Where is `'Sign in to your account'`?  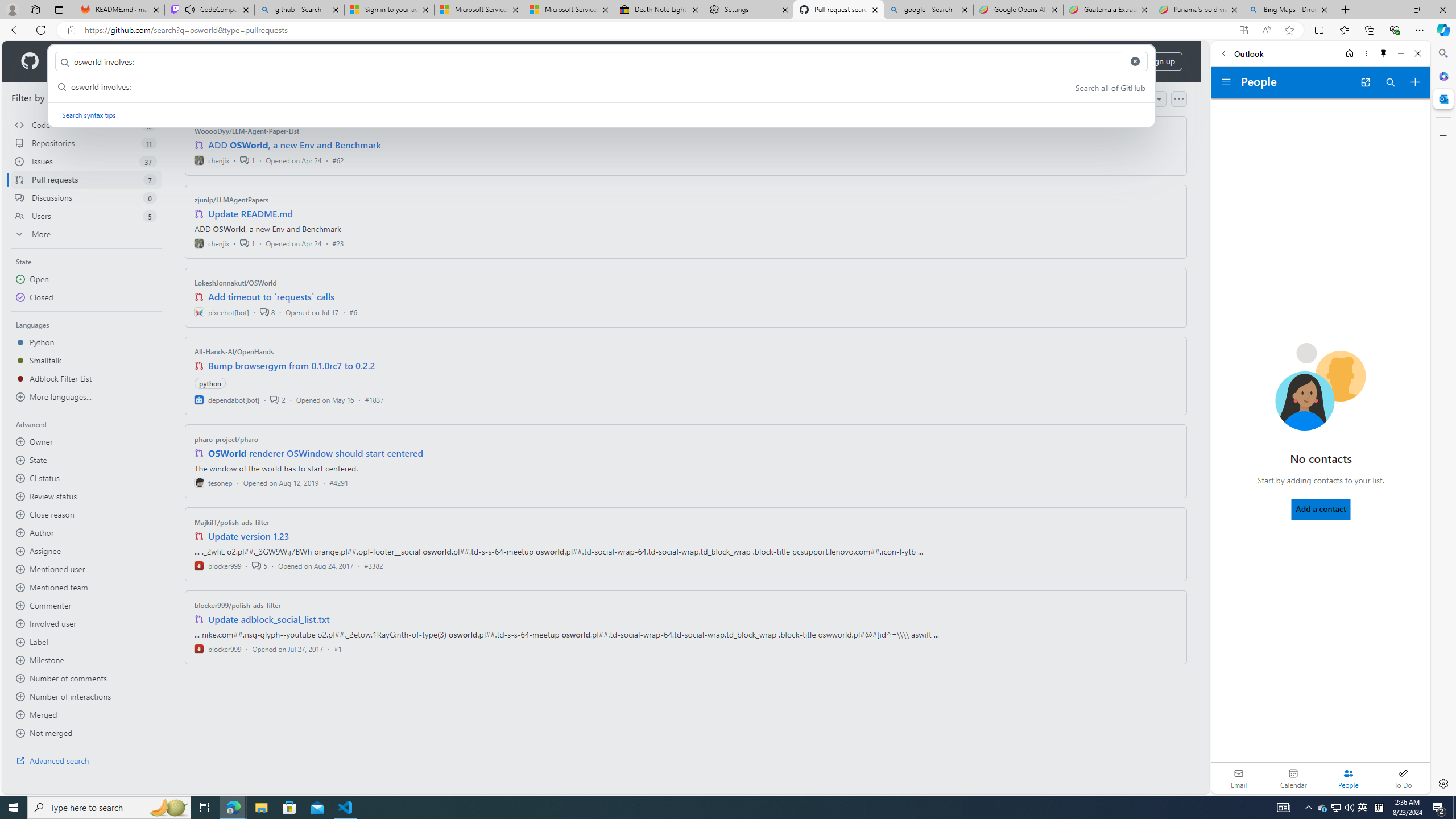
'Sign in to your account' is located at coordinates (389, 9).